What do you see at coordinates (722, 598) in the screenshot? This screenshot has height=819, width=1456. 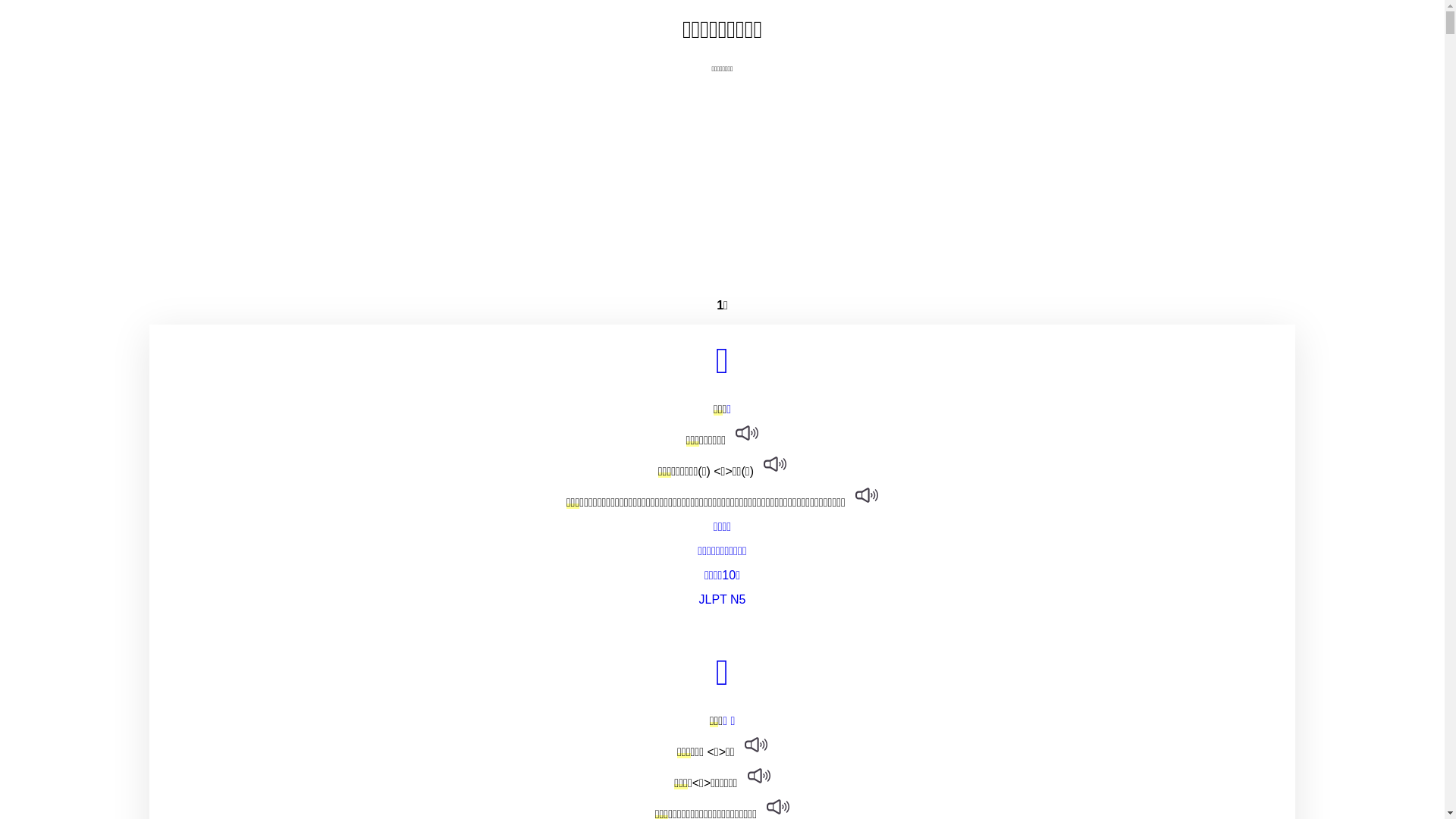 I see `'JLPT N5'` at bounding box center [722, 598].